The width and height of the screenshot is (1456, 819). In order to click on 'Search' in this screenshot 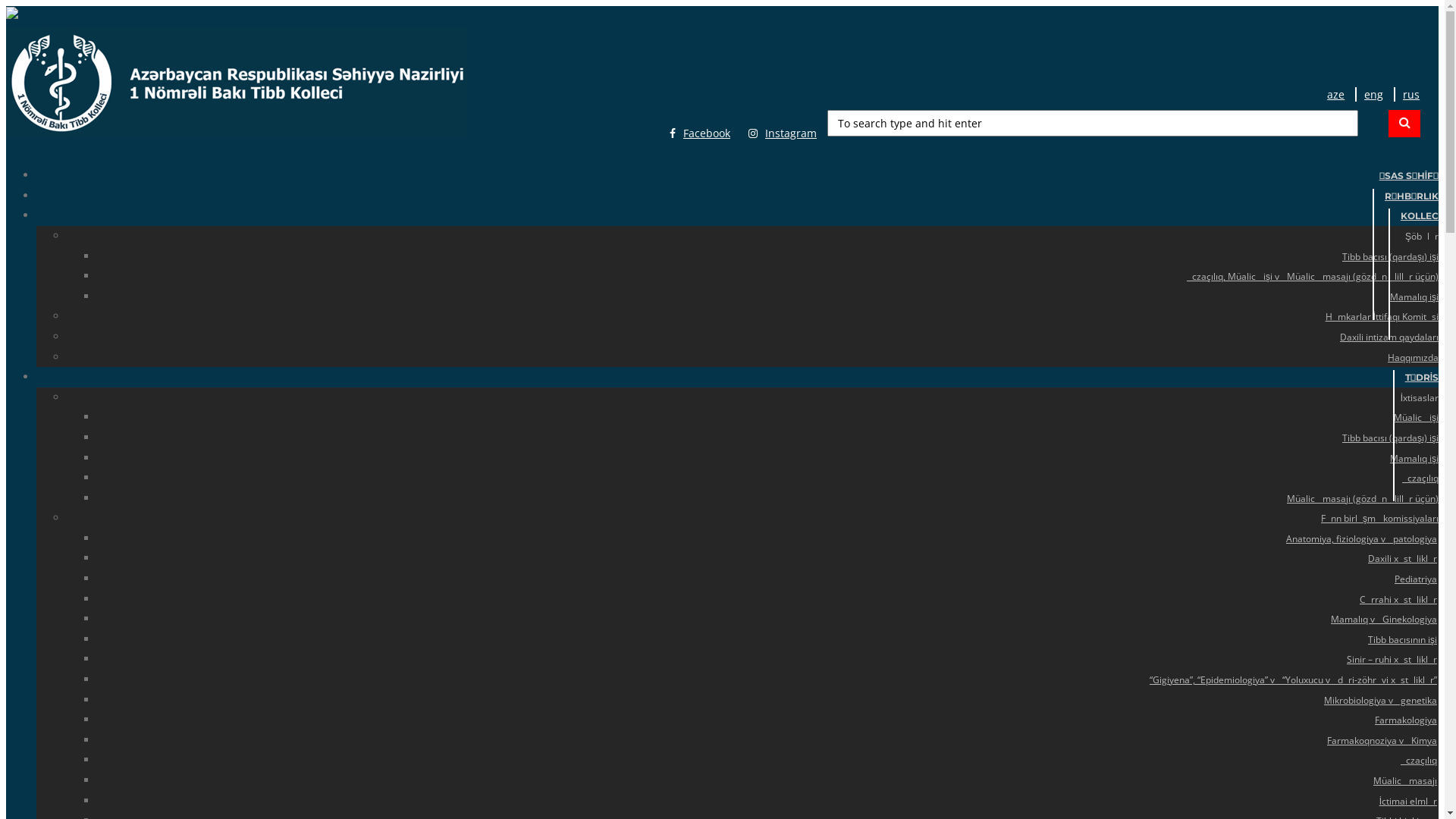, I will do `click(1372, 123)`.